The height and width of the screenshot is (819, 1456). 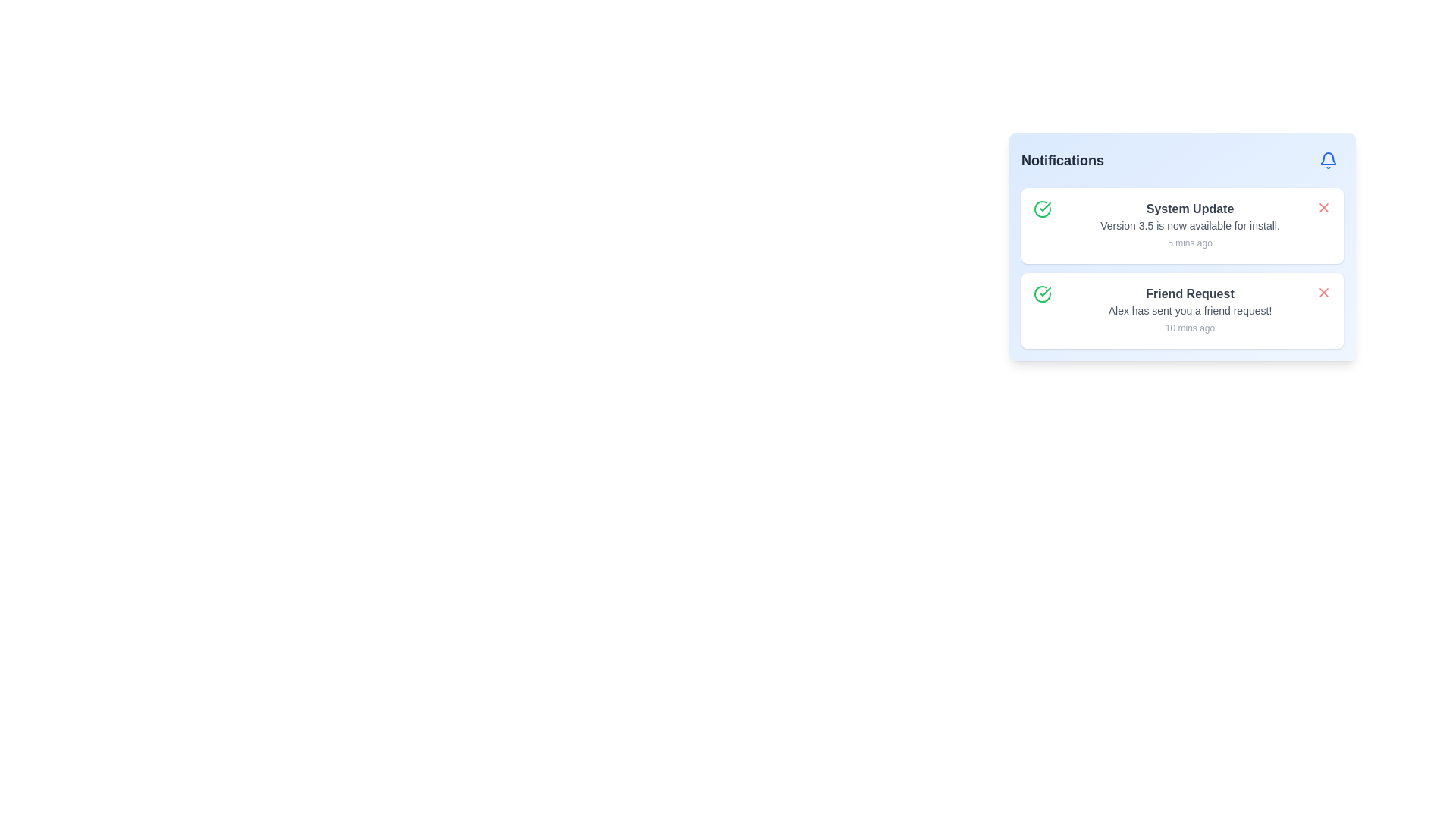 What do you see at coordinates (1189, 209) in the screenshot?
I see `text from the title of the 'System Update' notification, which is located at the top-left corner of the details section within the notification card` at bounding box center [1189, 209].